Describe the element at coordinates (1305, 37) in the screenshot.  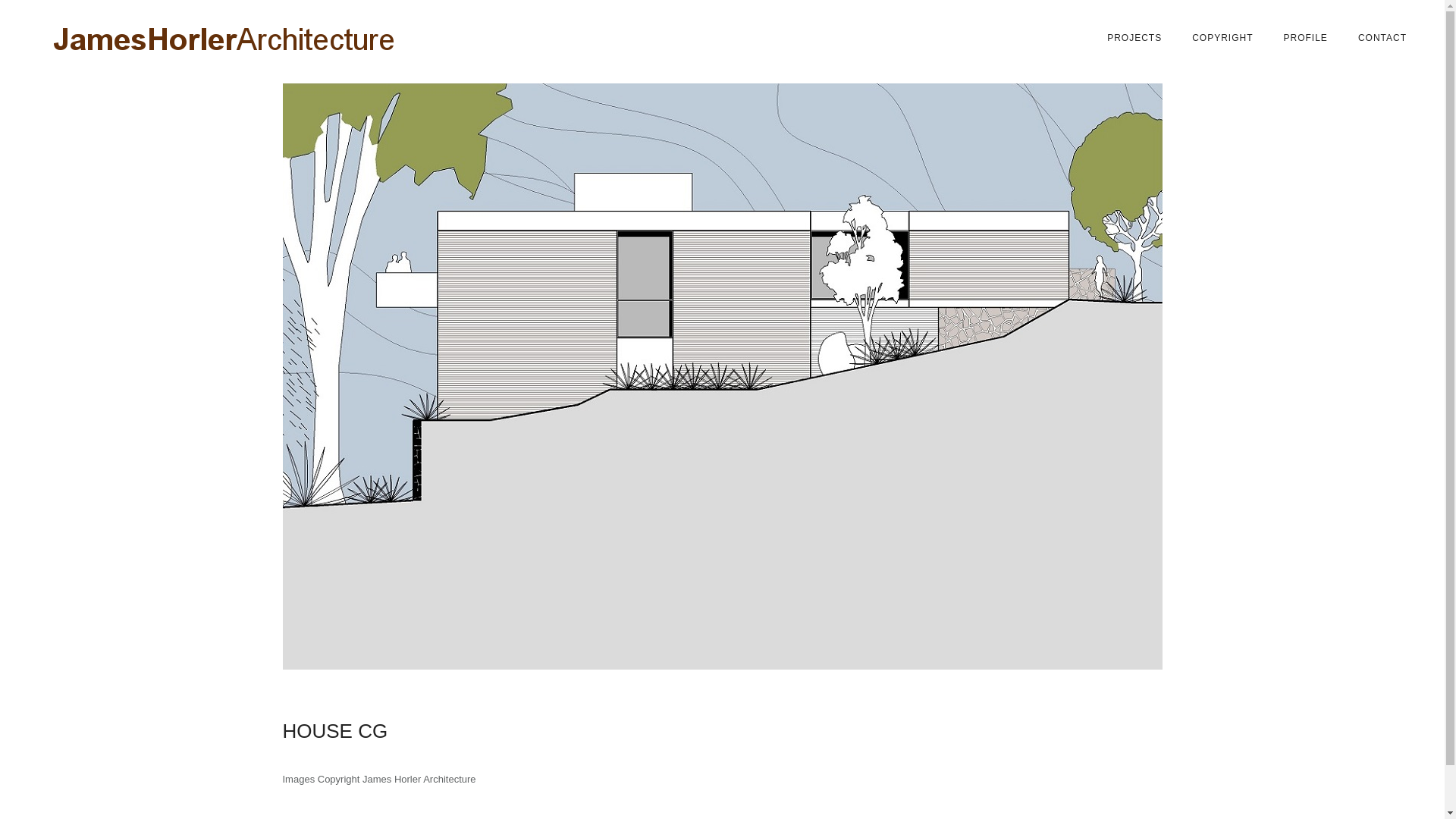
I see `'PROFILE'` at that location.